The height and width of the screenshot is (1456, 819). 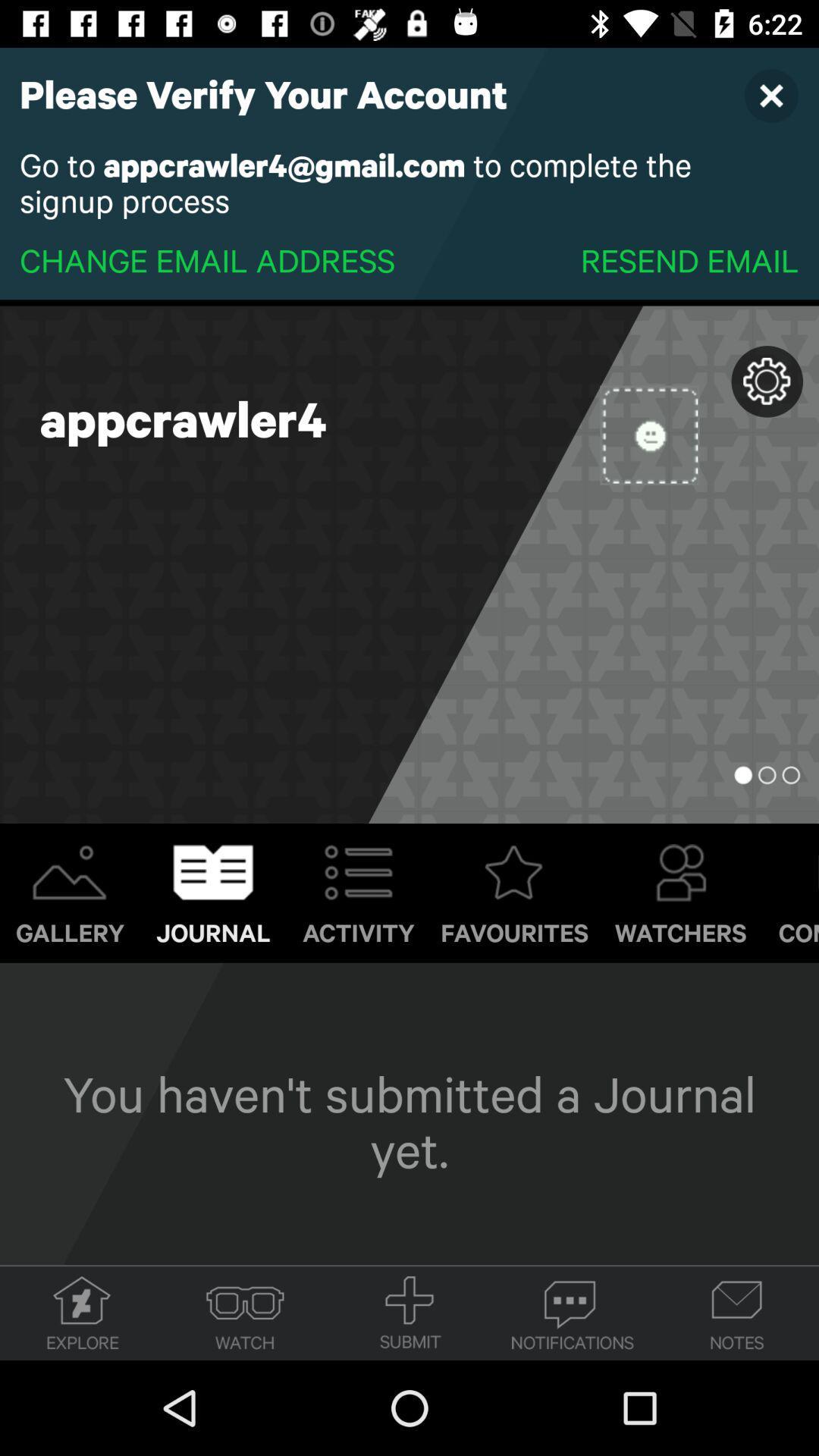 What do you see at coordinates (207, 259) in the screenshot?
I see `the item below the go to appcrawler4` at bounding box center [207, 259].